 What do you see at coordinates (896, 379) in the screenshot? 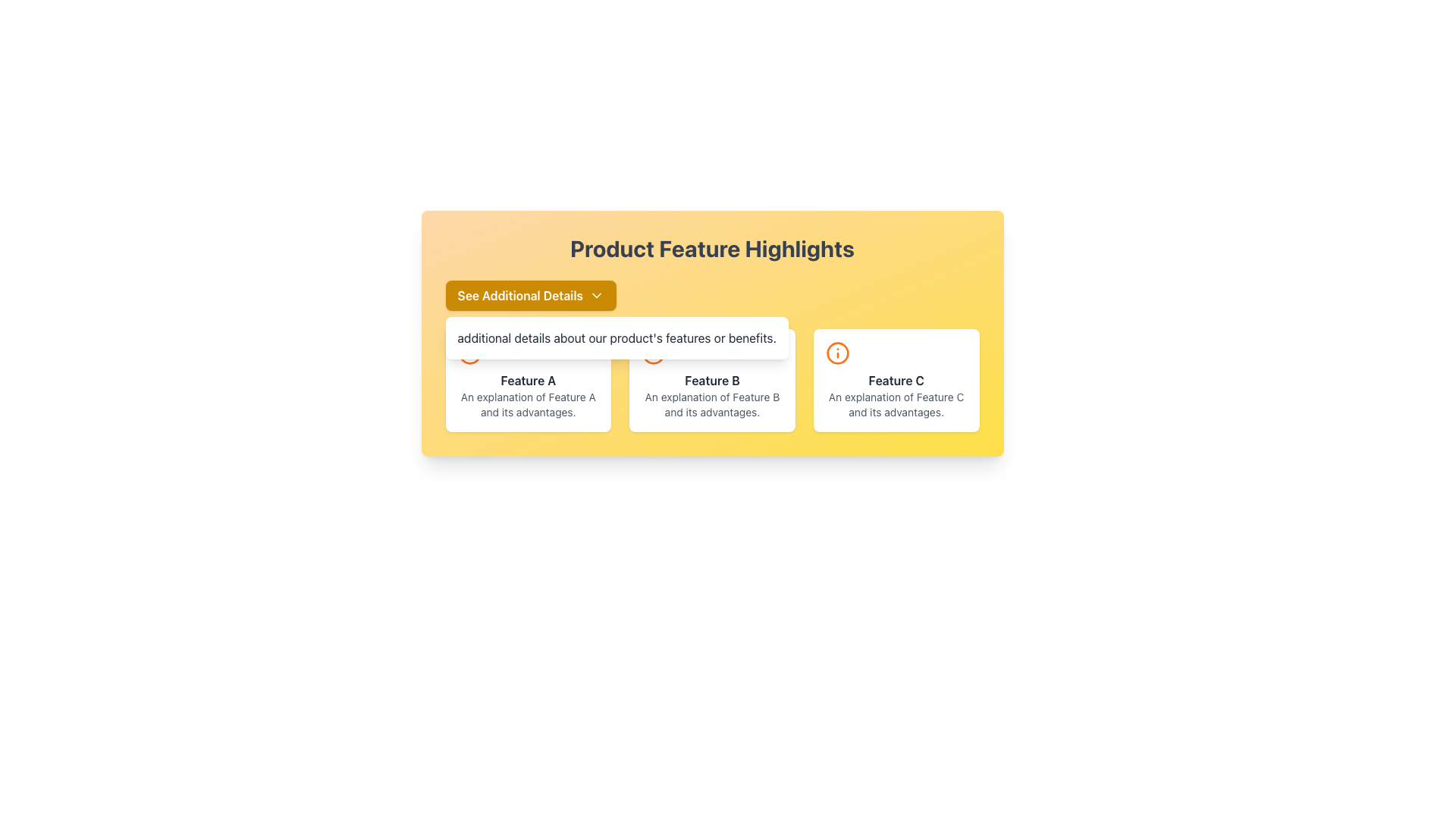
I see `the Informational card titled 'Feature C', which is the third card in a grid layout, displaying an 'i' icon in orange, a bold title in dark gray, and a light gray subtitle` at bounding box center [896, 379].